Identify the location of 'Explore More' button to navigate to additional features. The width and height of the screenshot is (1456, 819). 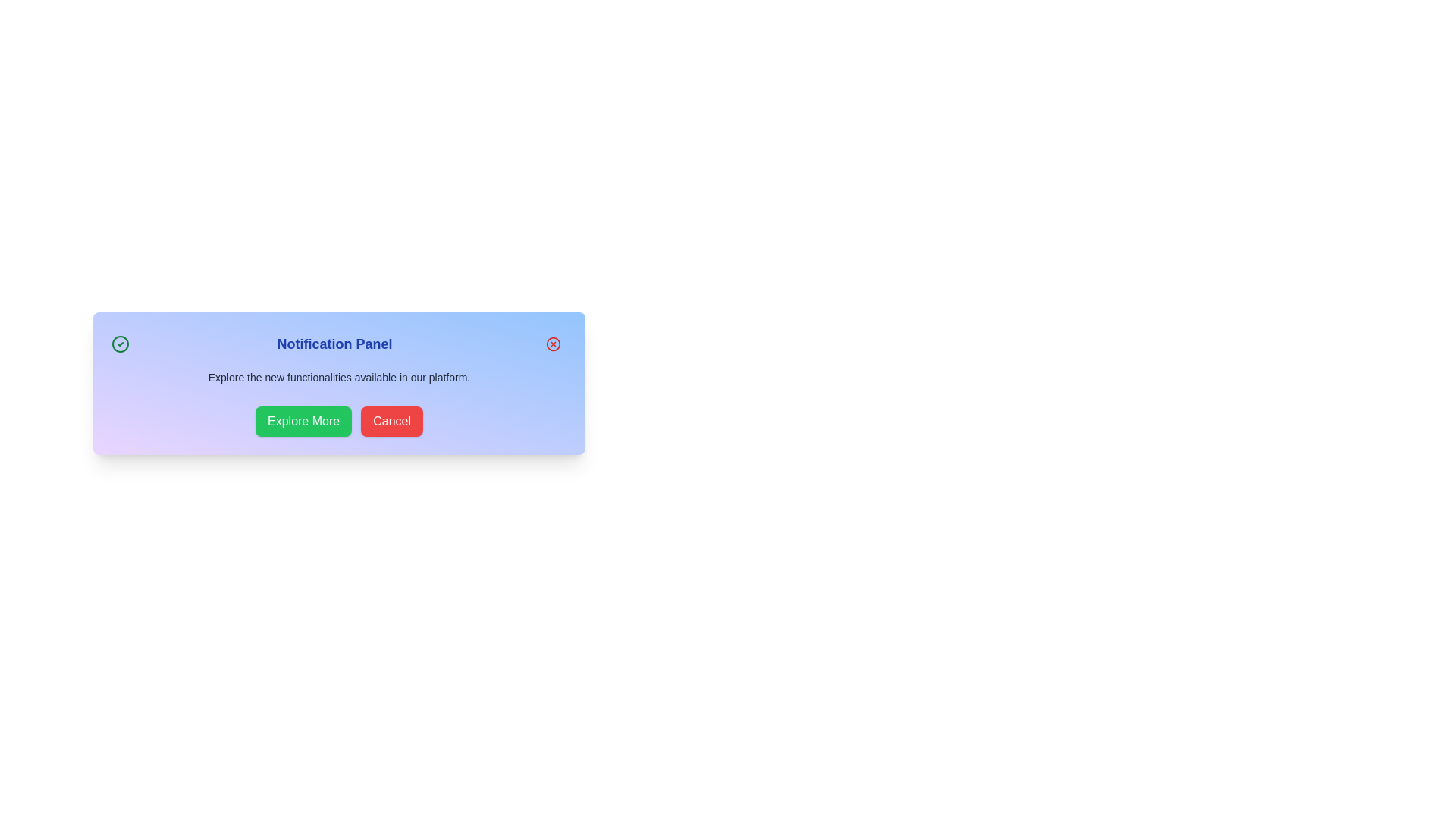
(303, 421).